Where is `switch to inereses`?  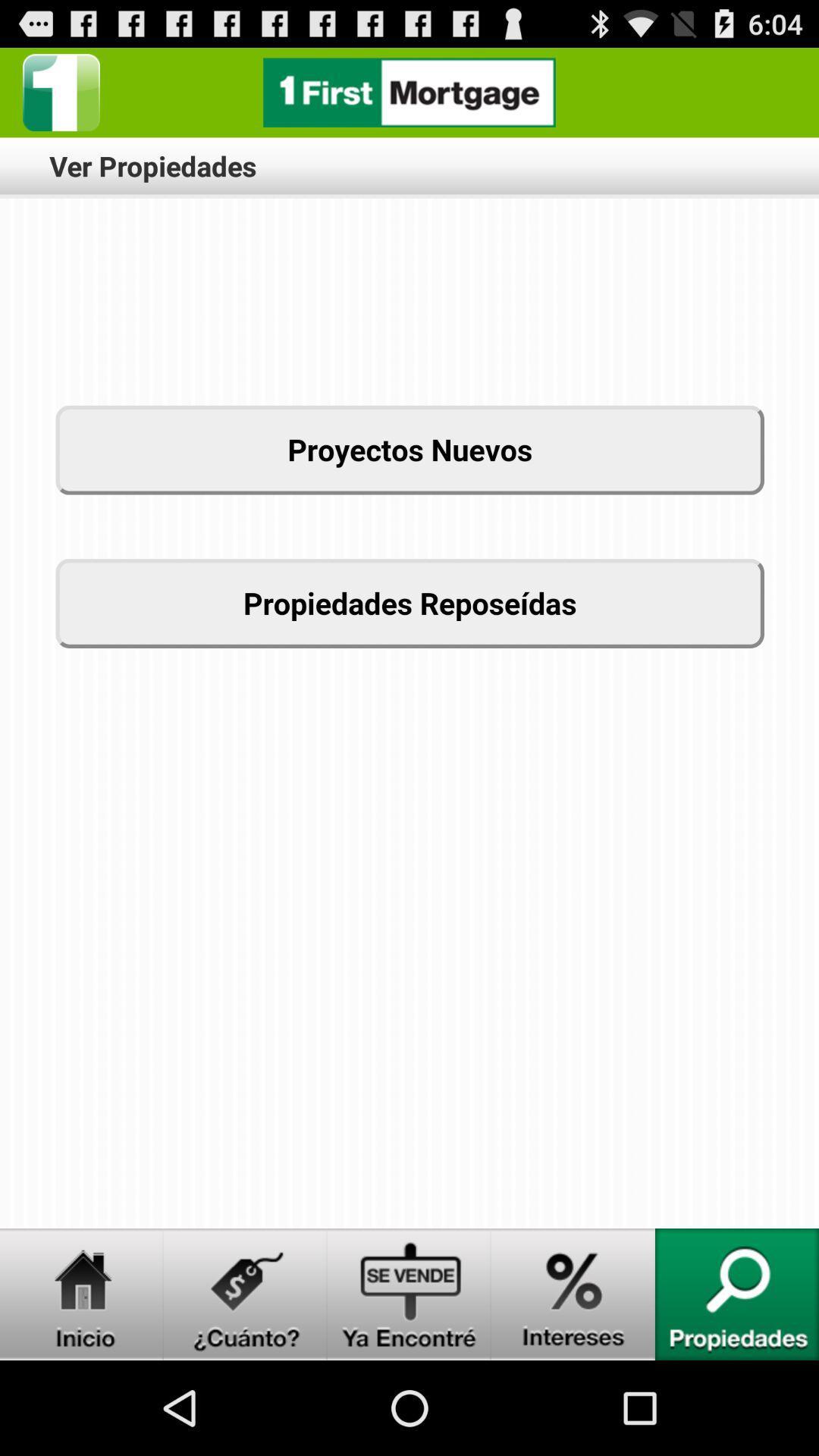 switch to inereses is located at coordinates (573, 1294).